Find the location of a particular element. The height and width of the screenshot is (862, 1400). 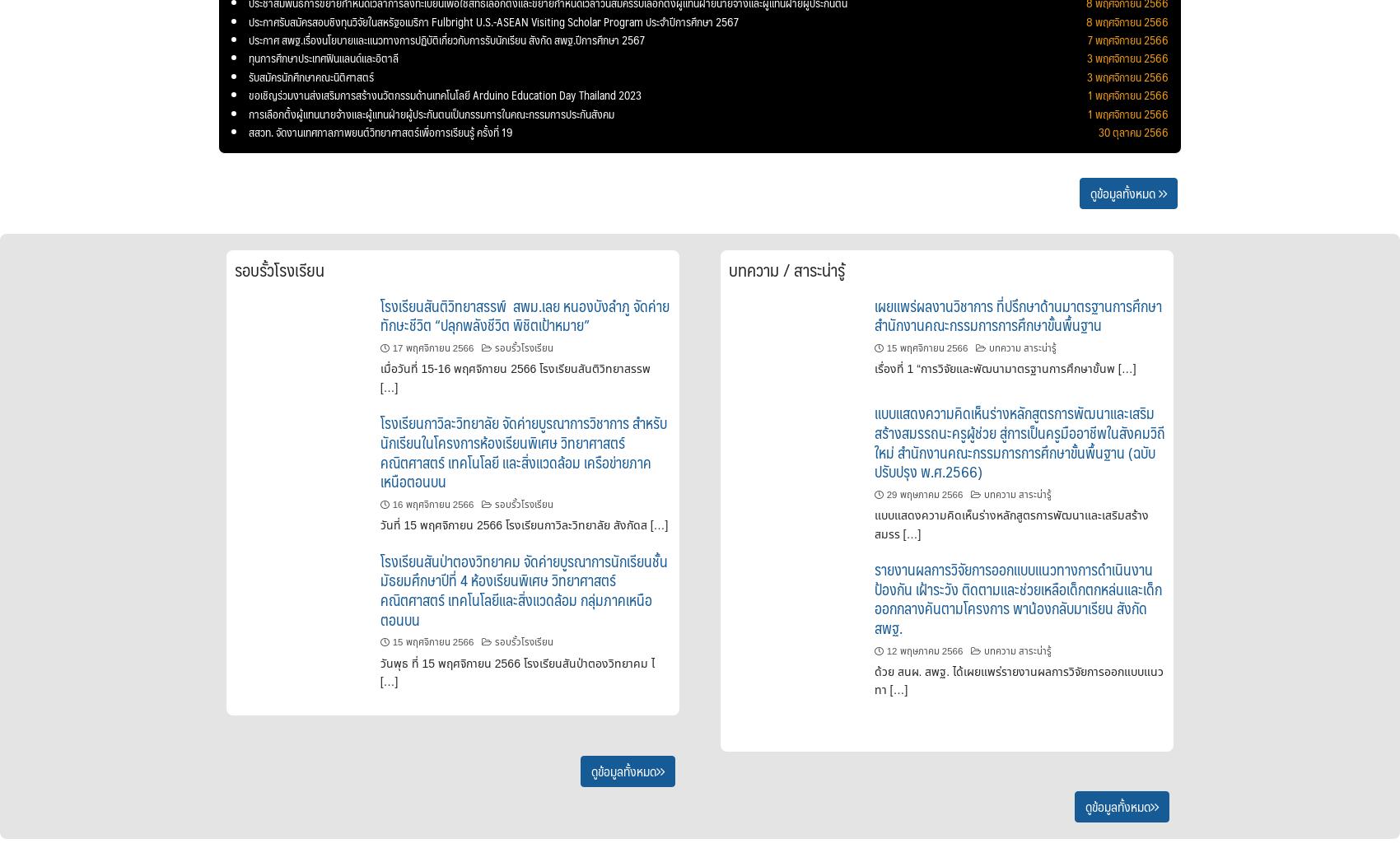

'สสวท. จัดงานเทศกาลภาพยนต์วิทยาศาสตร์เพื่อการเรียนรู้ ครั้งที่ 19' is located at coordinates (380, 131).